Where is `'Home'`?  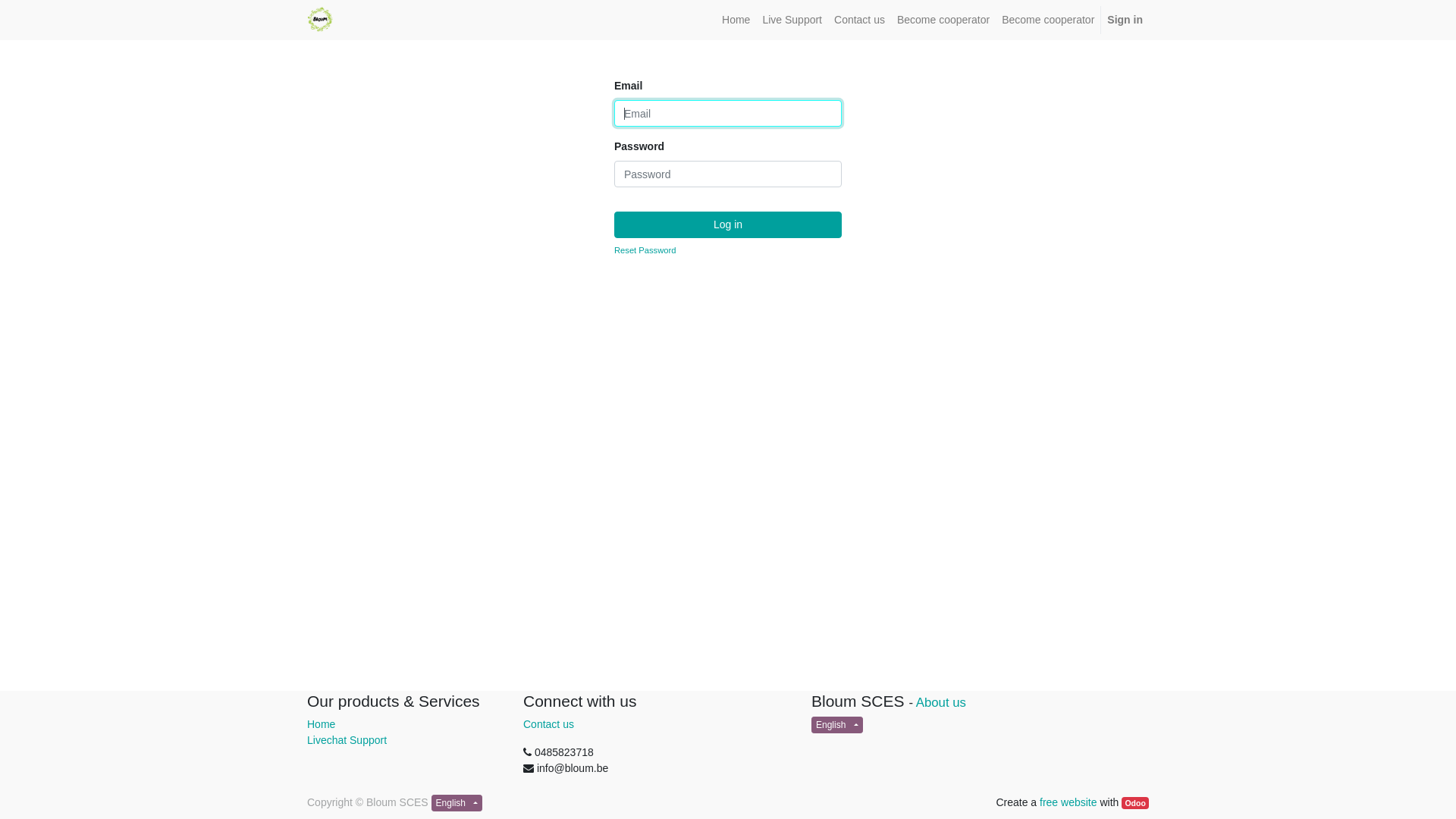
'Home' is located at coordinates (320, 723).